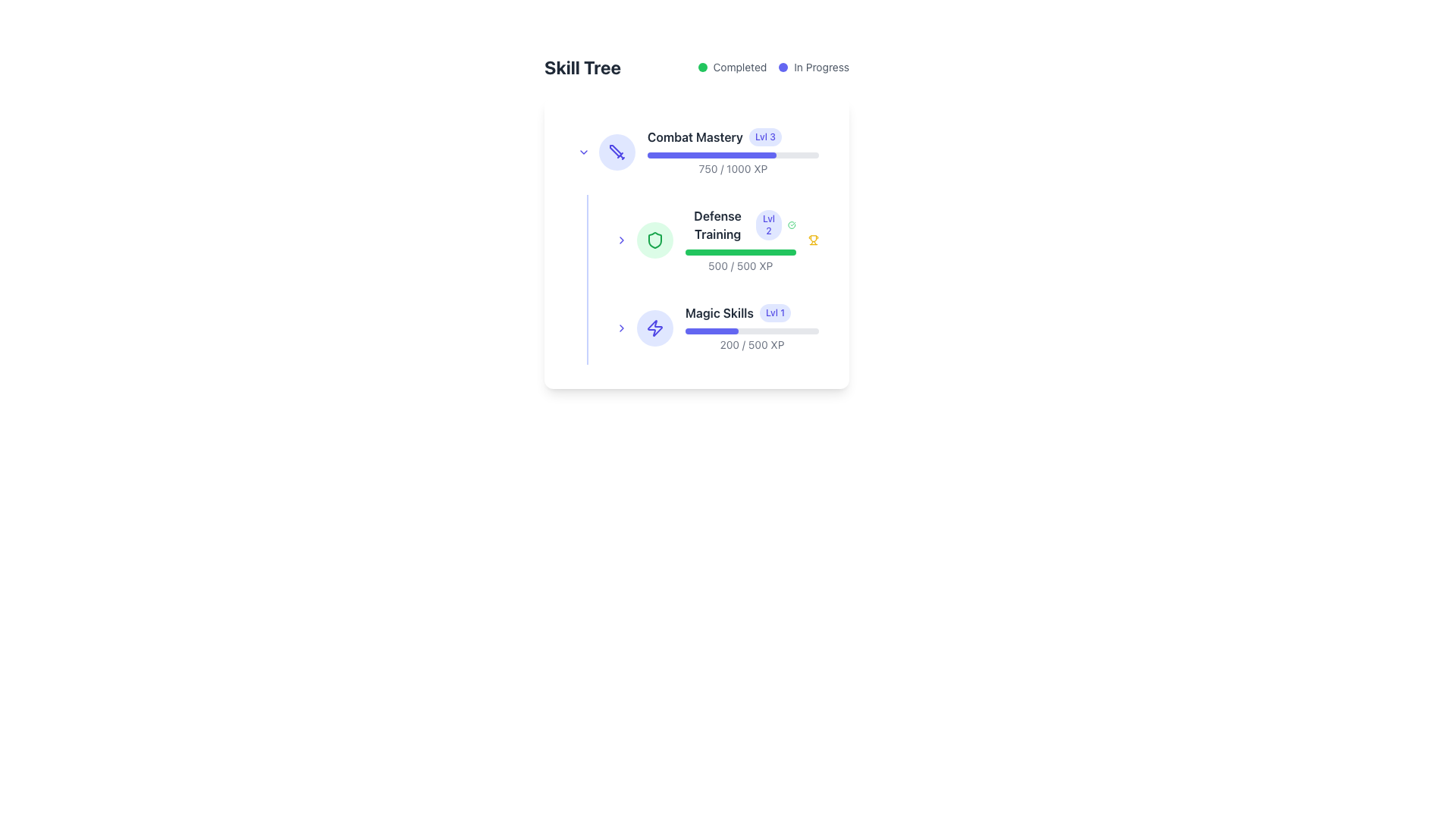 The width and height of the screenshot is (1456, 819). What do you see at coordinates (655, 327) in the screenshot?
I see `the lightning bolt-shaped icon, which is styled with a thin outline and a vivid blue color, located in the lower section of the skill tree interface next to 'Magic Skills', as a visual guide to the related skill` at bounding box center [655, 327].